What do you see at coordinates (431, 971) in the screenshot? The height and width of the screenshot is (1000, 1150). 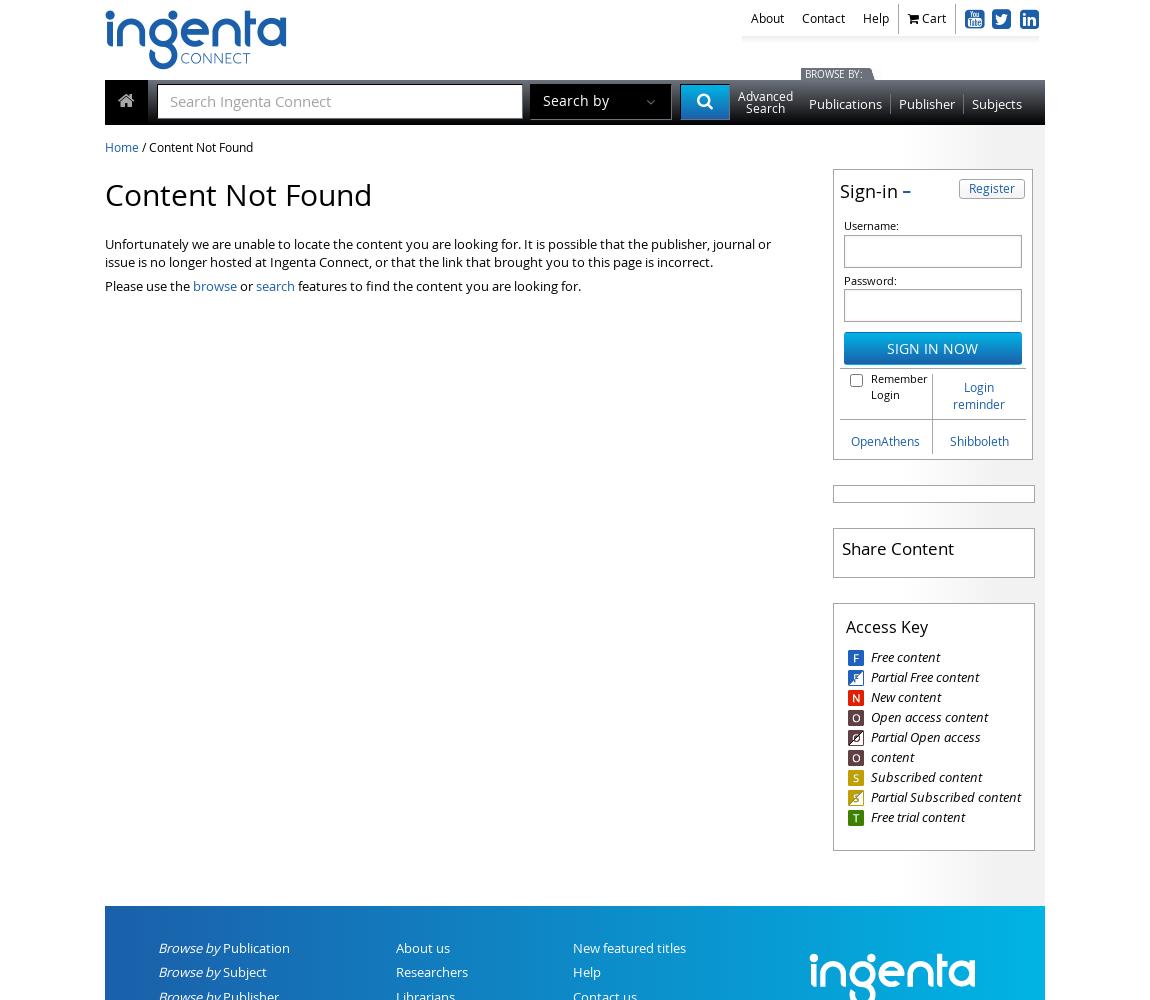 I see `'Researchers'` at bounding box center [431, 971].